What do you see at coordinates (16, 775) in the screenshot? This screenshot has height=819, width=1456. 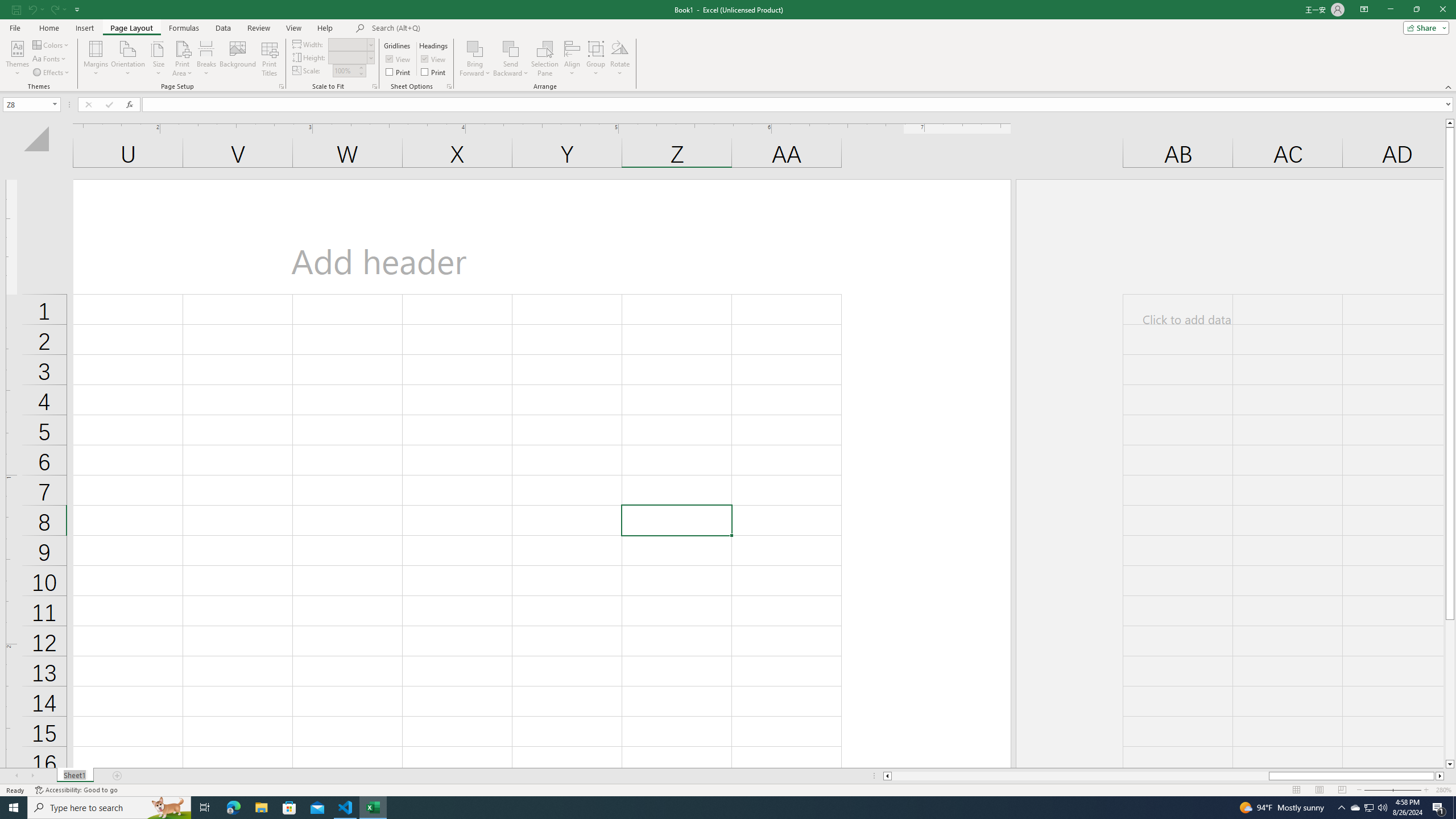 I see `'Scroll Left'` at bounding box center [16, 775].